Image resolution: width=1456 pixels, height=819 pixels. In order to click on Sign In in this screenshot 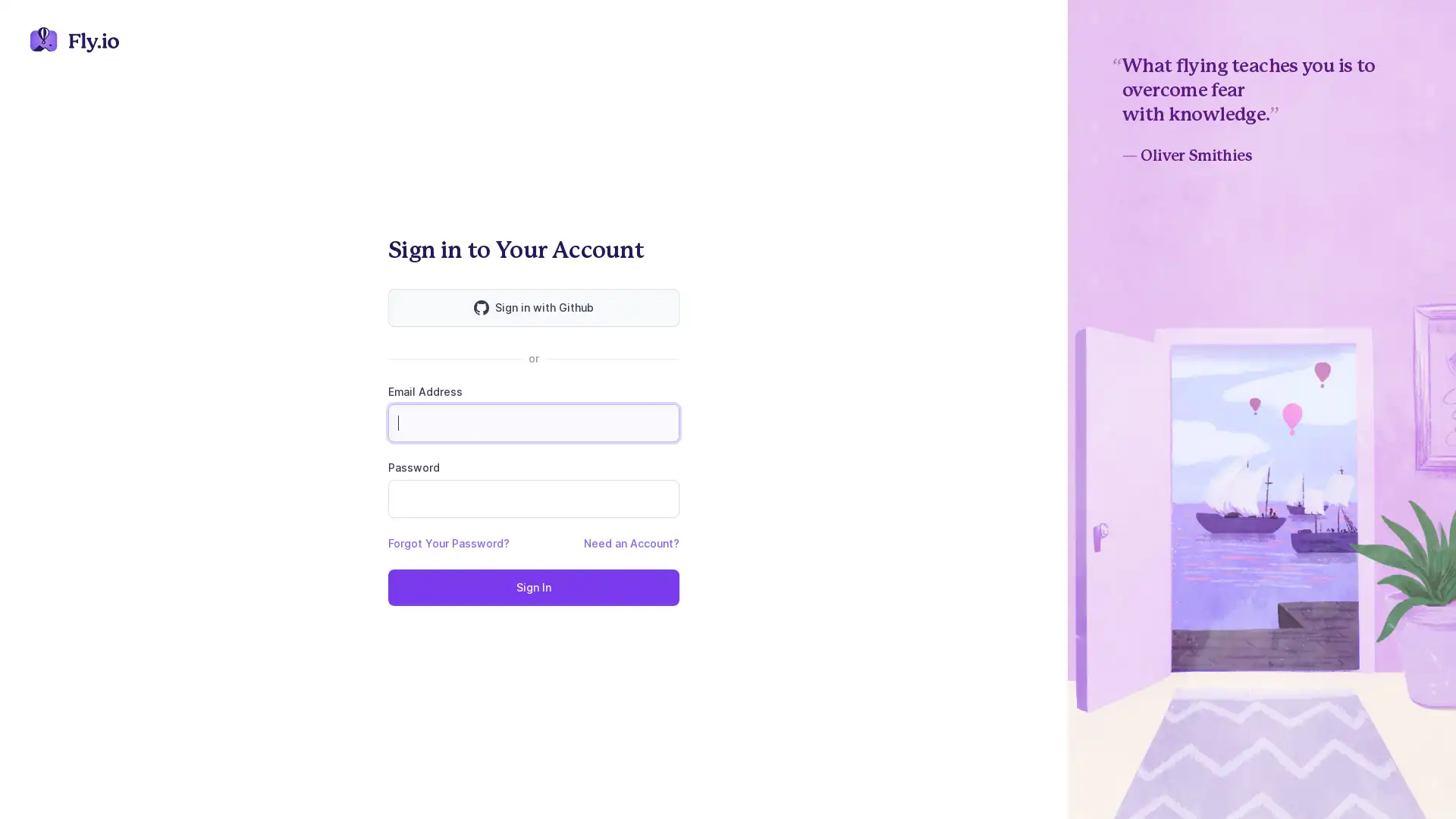, I will do `click(534, 587)`.